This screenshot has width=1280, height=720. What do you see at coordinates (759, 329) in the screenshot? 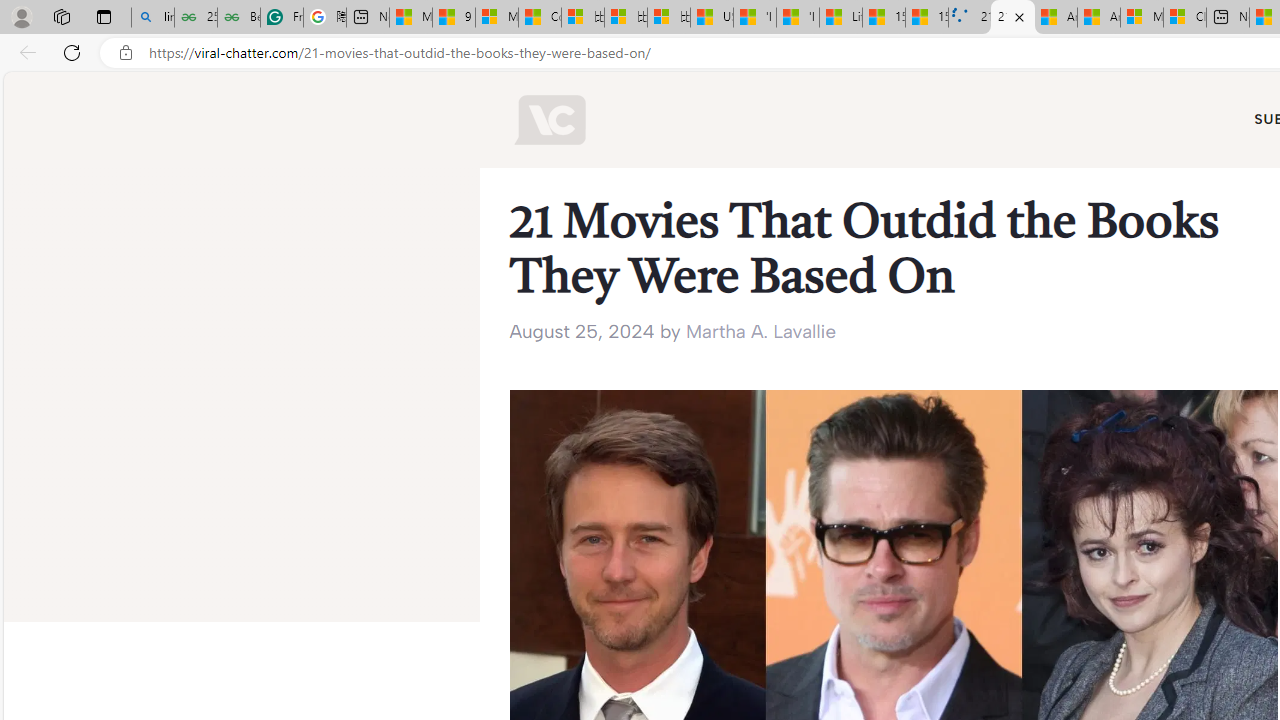
I see `'Martha A. Lavallie'` at bounding box center [759, 329].